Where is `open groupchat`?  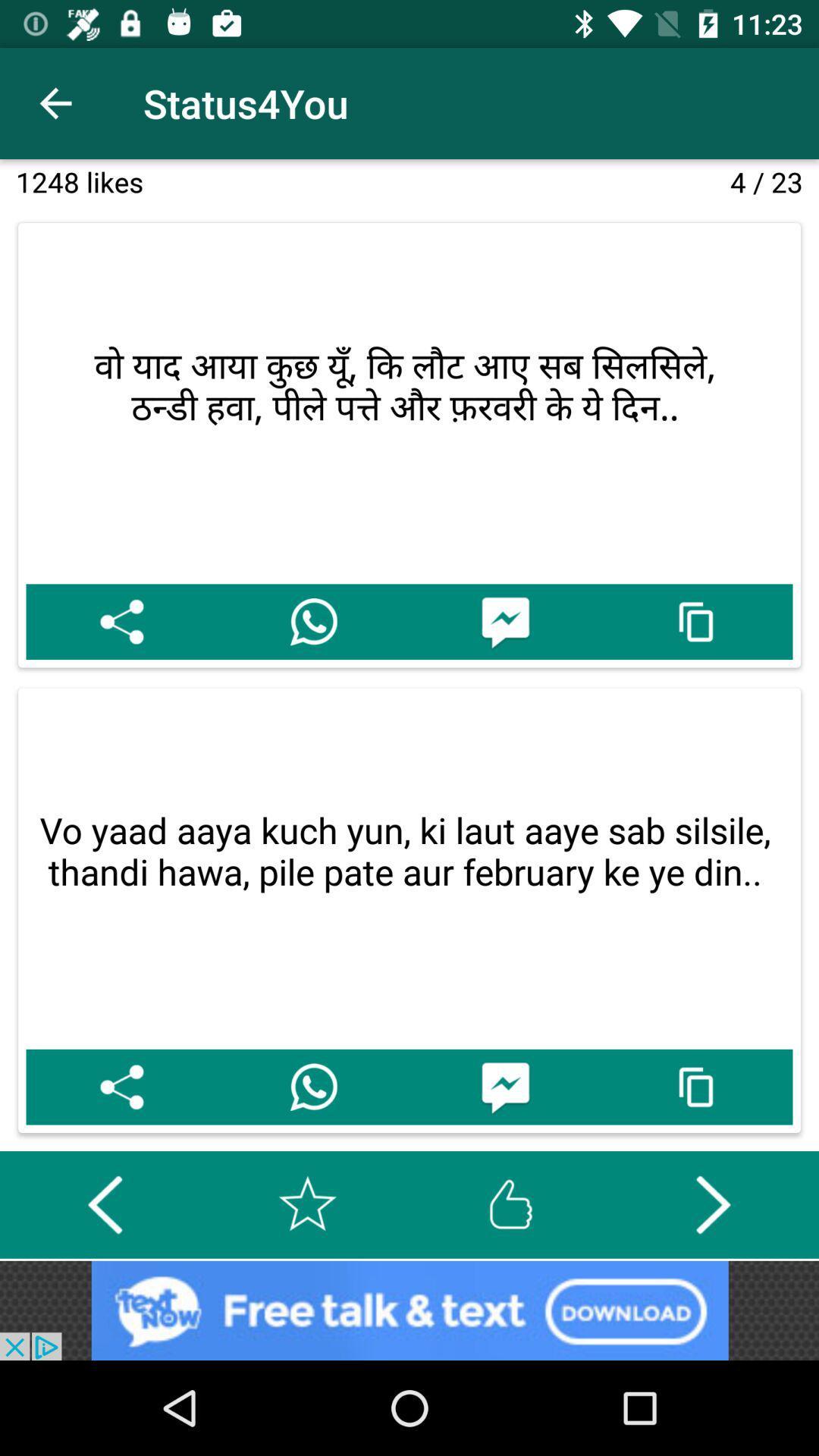
open groupchat is located at coordinates (505, 1086).